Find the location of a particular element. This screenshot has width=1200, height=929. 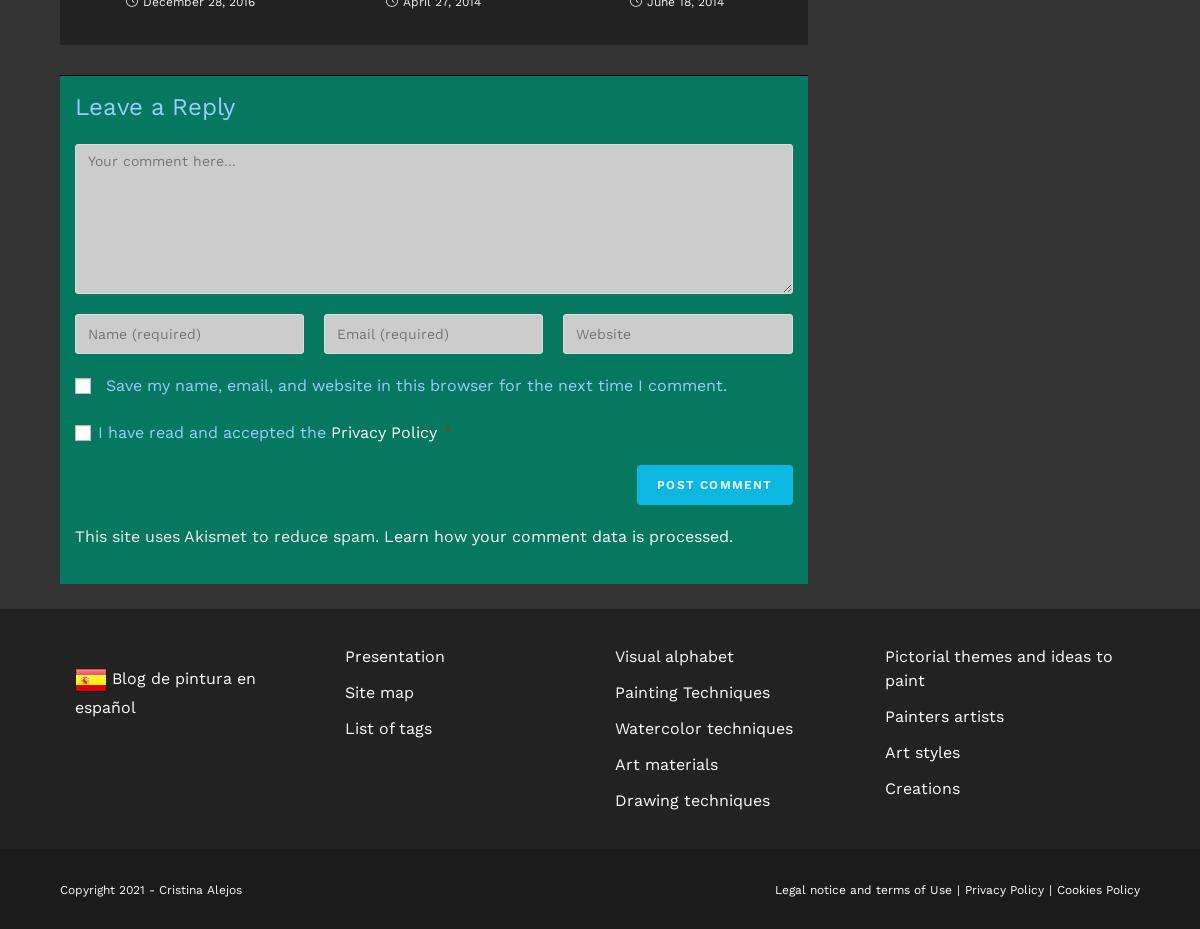

'Leave a Reply' is located at coordinates (154, 105).